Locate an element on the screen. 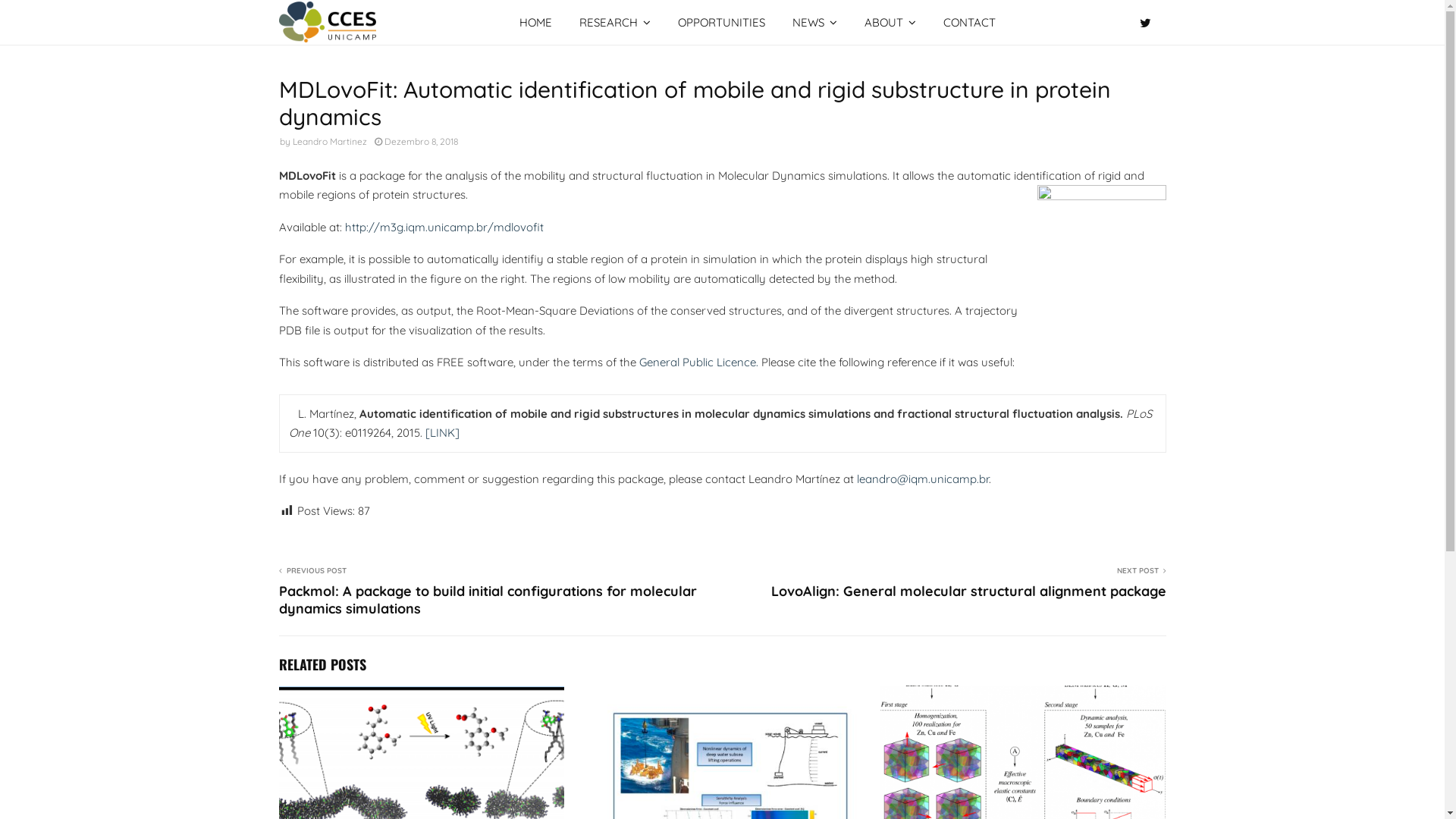  'Leandro Martinez' is located at coordinates (292, 141).